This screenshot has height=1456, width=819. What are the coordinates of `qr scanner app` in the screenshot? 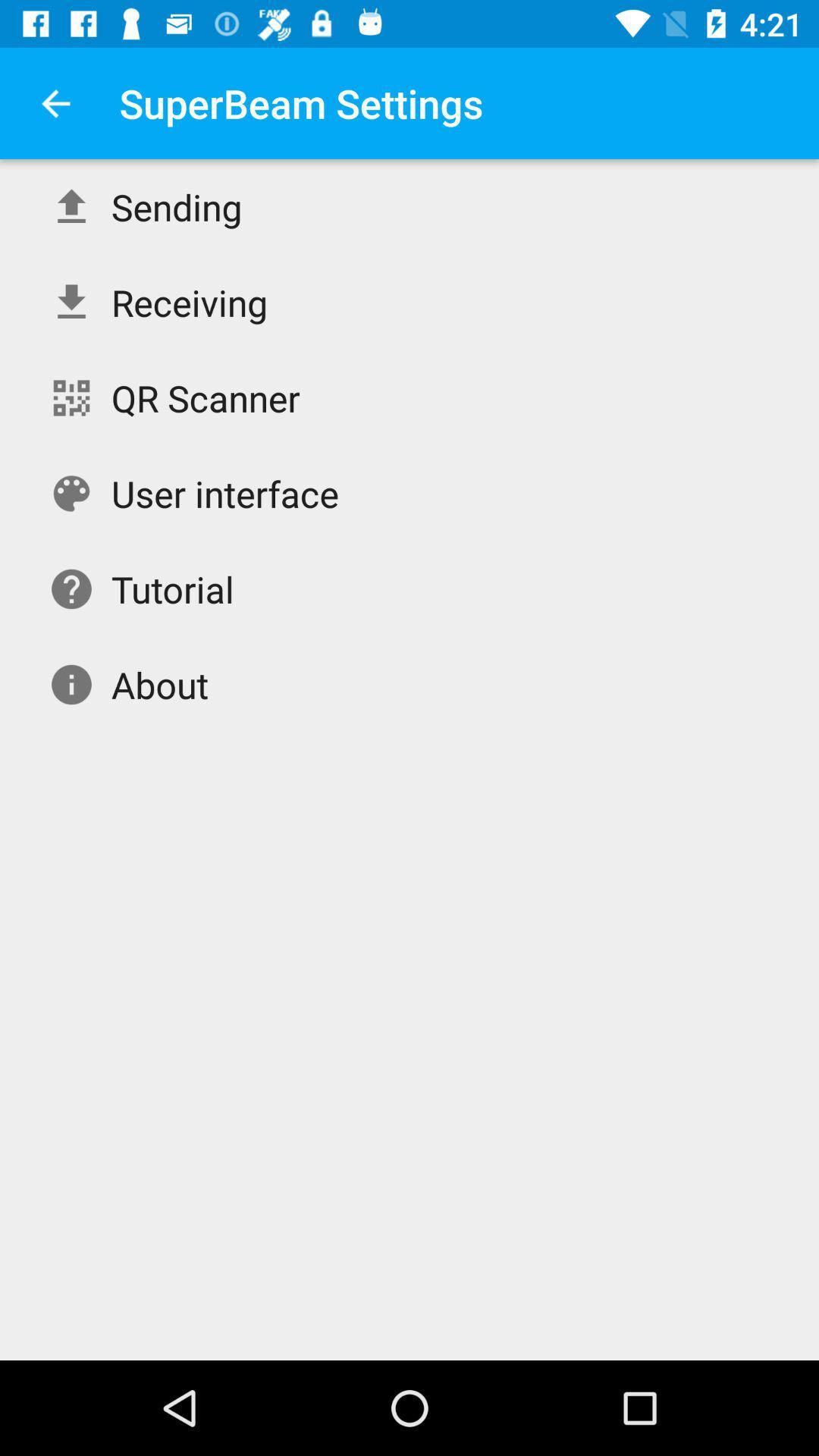 It's located at (206, 397).